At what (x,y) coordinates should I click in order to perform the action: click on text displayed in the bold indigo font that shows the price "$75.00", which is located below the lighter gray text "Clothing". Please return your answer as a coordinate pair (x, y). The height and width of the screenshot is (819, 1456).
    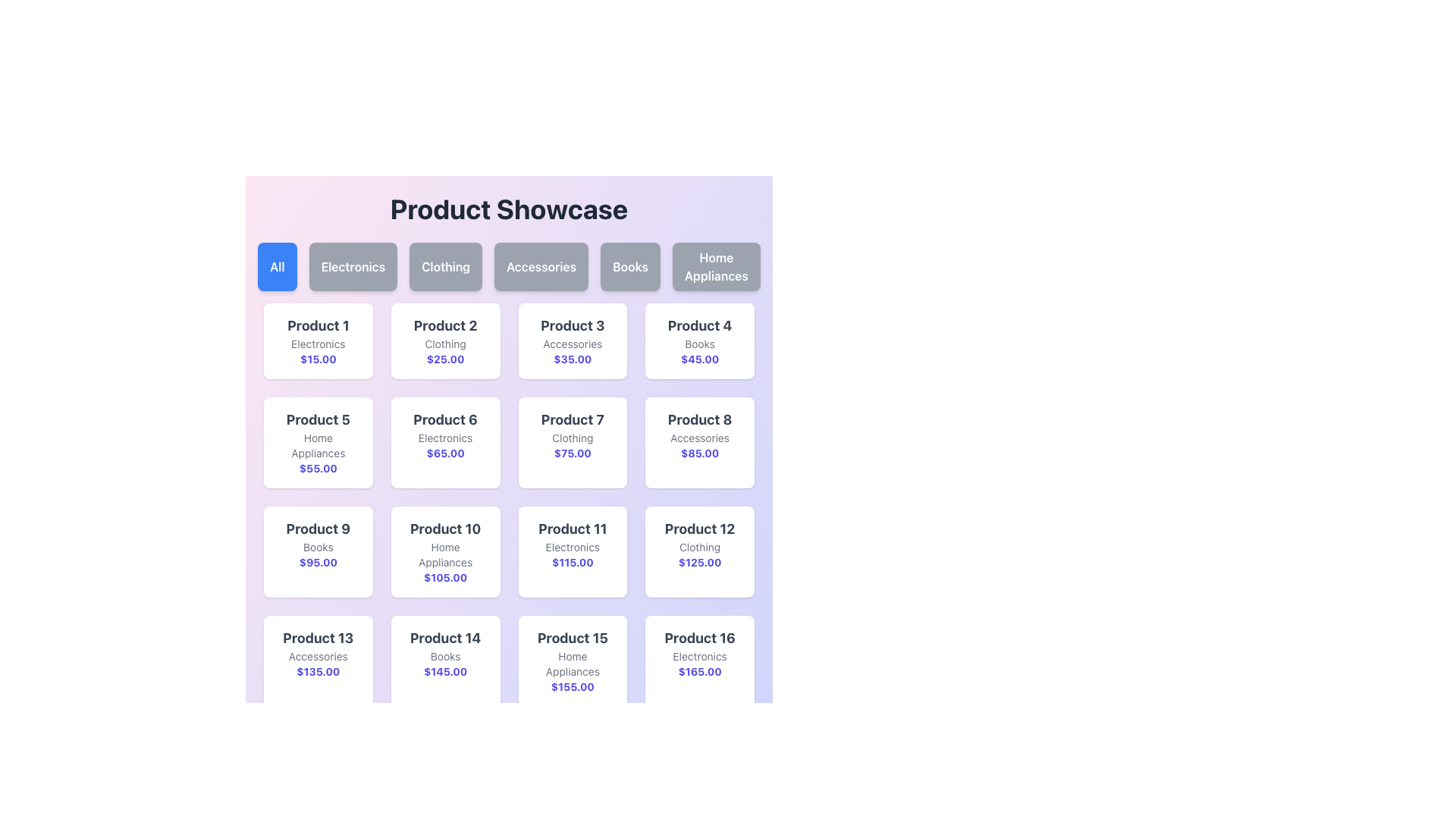
    Looking at the image, I should click on (572, 452).